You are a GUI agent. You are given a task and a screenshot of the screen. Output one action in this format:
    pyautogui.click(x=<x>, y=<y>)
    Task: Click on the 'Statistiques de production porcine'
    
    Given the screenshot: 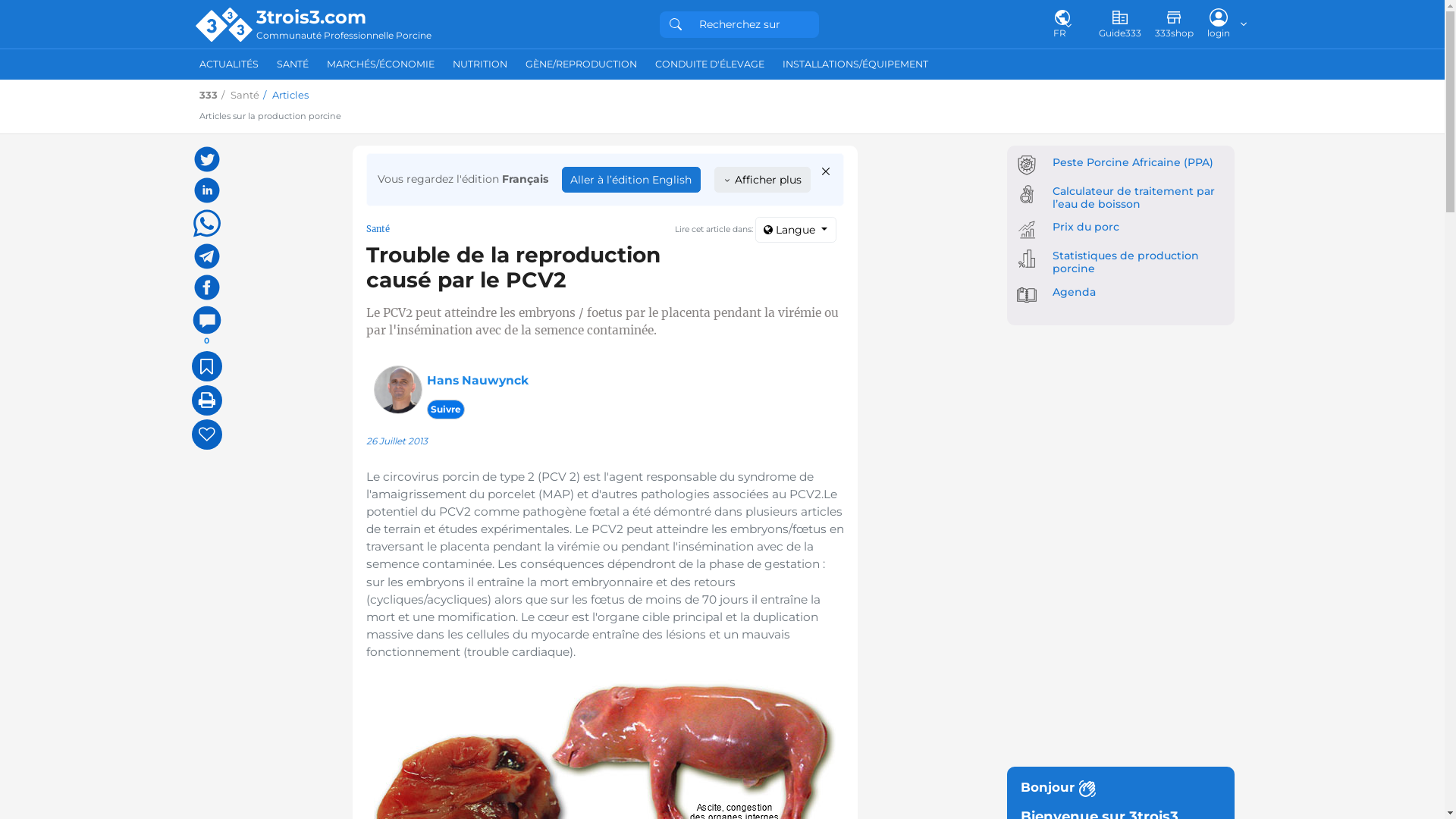 What is the action you would take?
    pyautogui.click(x=1125, y=261)
    